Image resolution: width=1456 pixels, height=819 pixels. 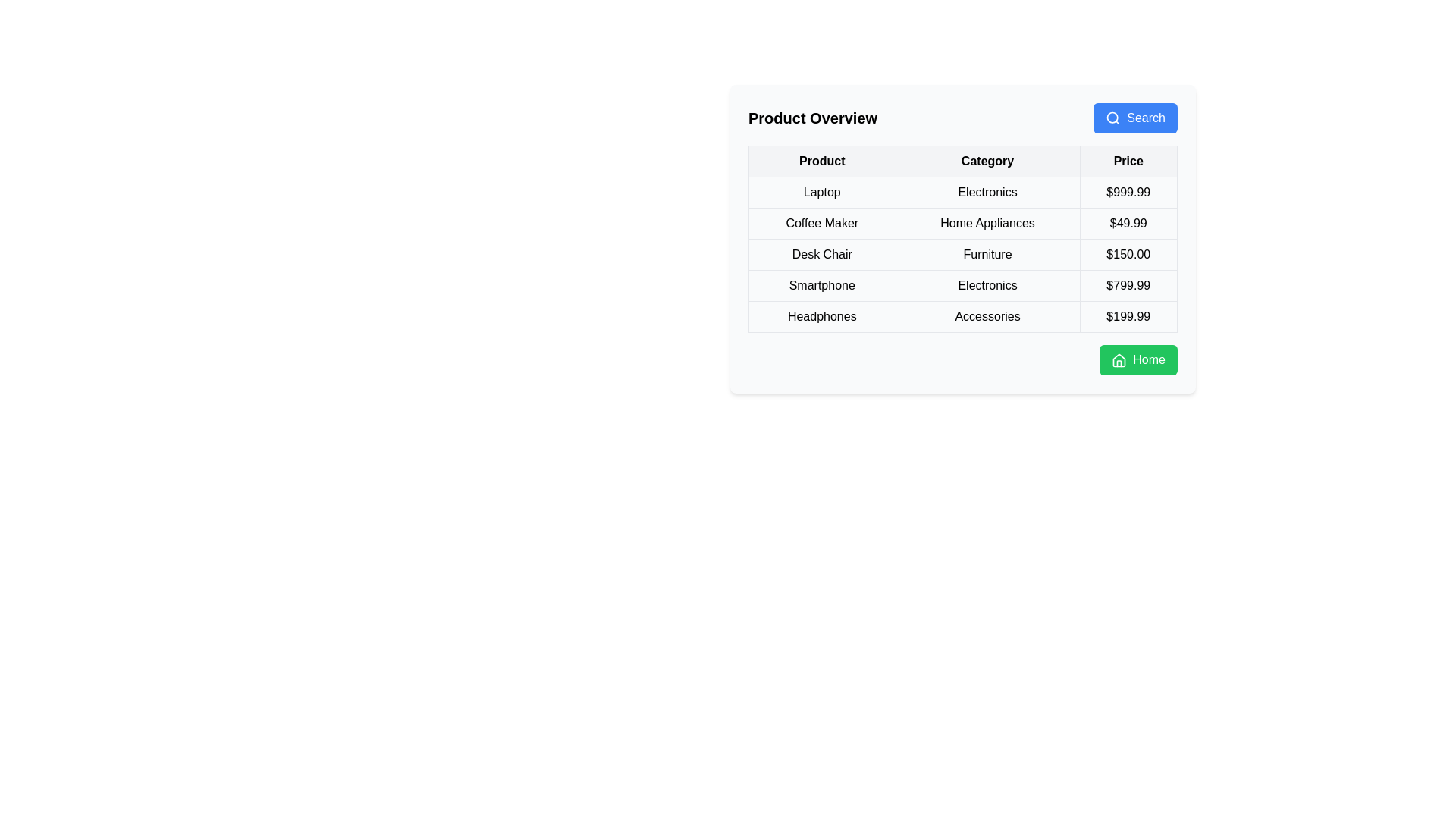 I want to click on the text label displaying the product name 'Laptop' in the first row of the product overview table, so click(x=821, y=192).